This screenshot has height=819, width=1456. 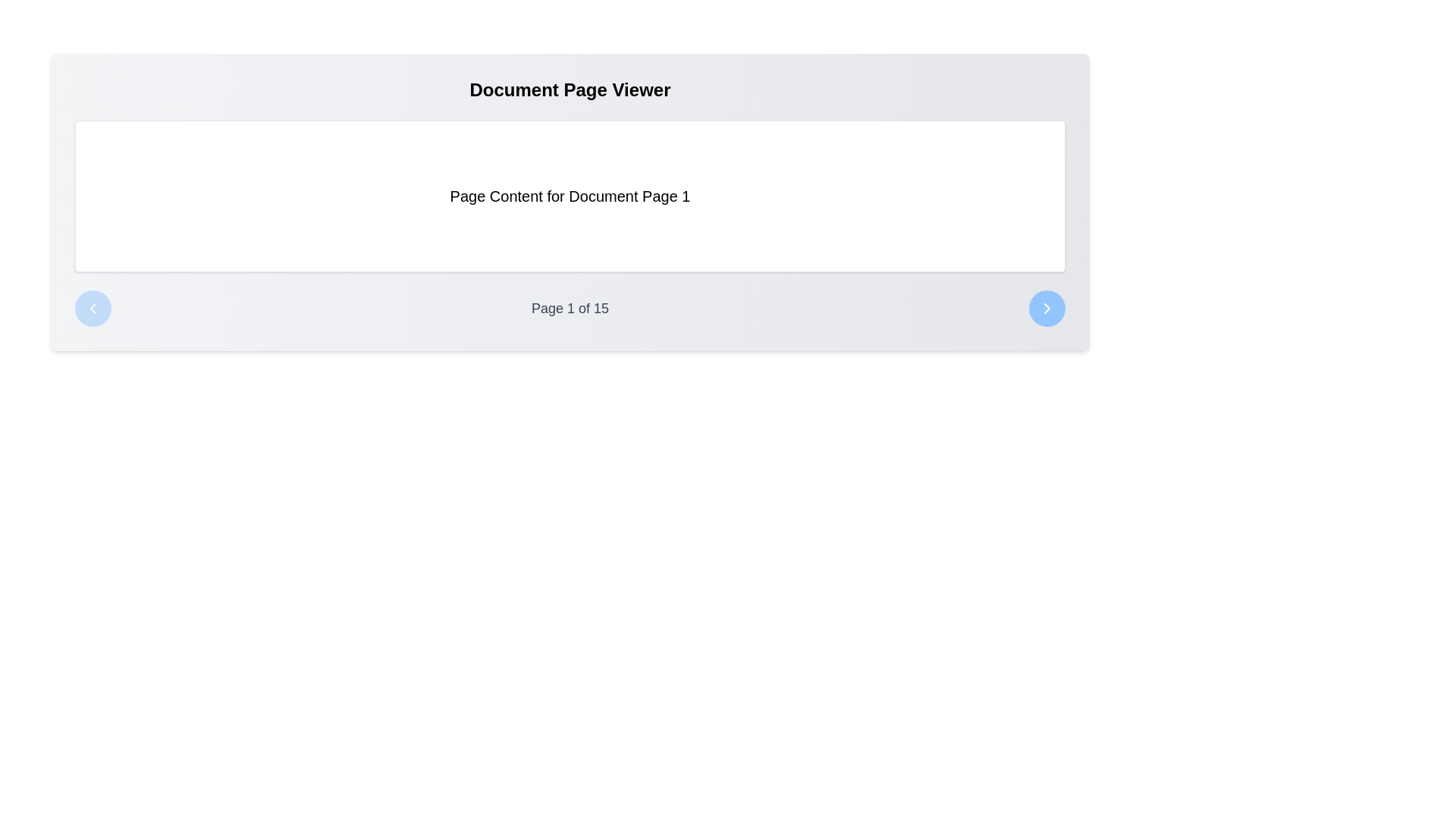 I want to click on the pagination navigation button located at the far right of the interface, so click(x=1046, y=308).